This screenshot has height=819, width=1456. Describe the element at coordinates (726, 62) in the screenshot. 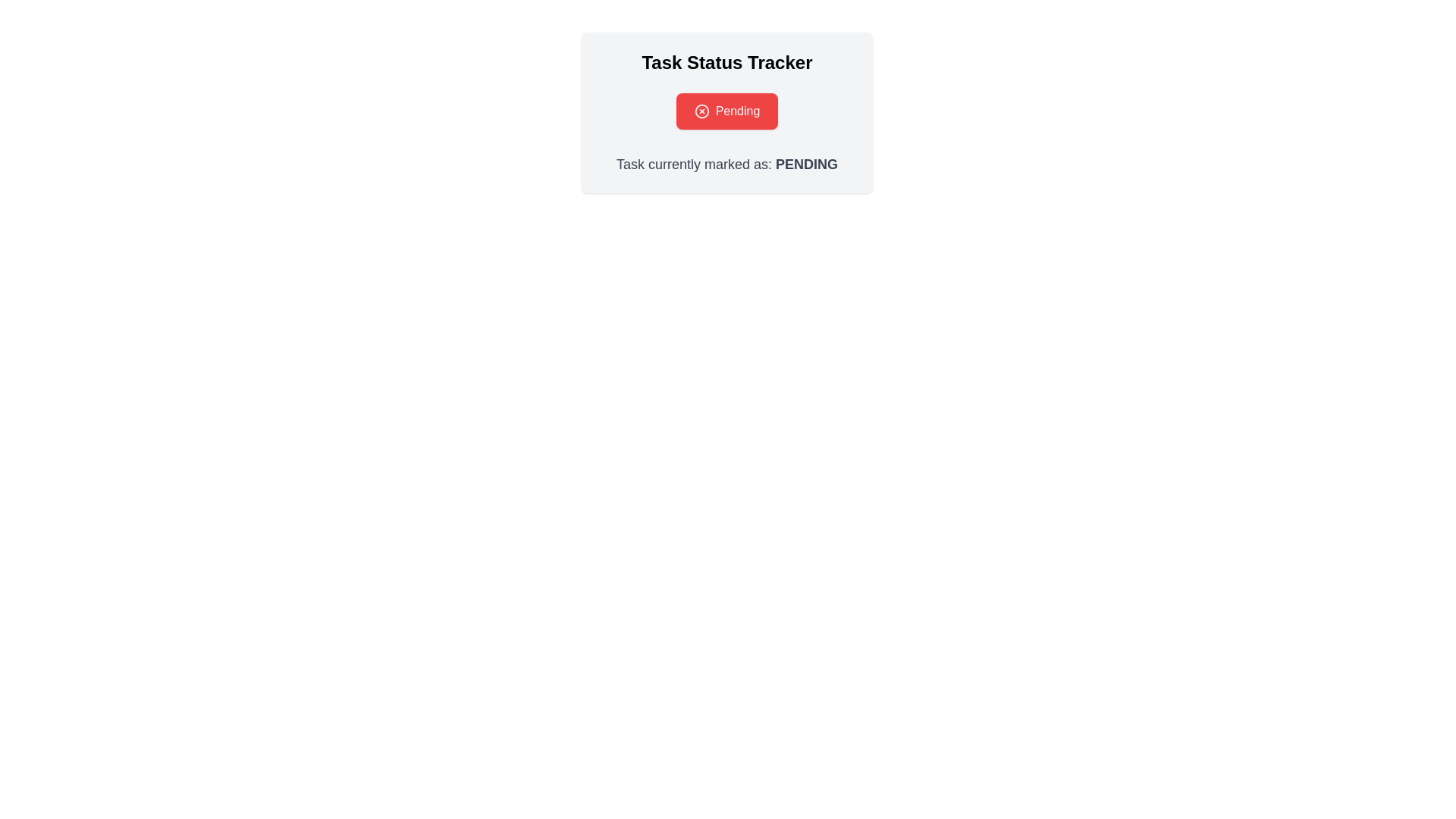

I see `the title text of the card, which serves as a static heading and is centrally aligned at the top of the card` at that location.